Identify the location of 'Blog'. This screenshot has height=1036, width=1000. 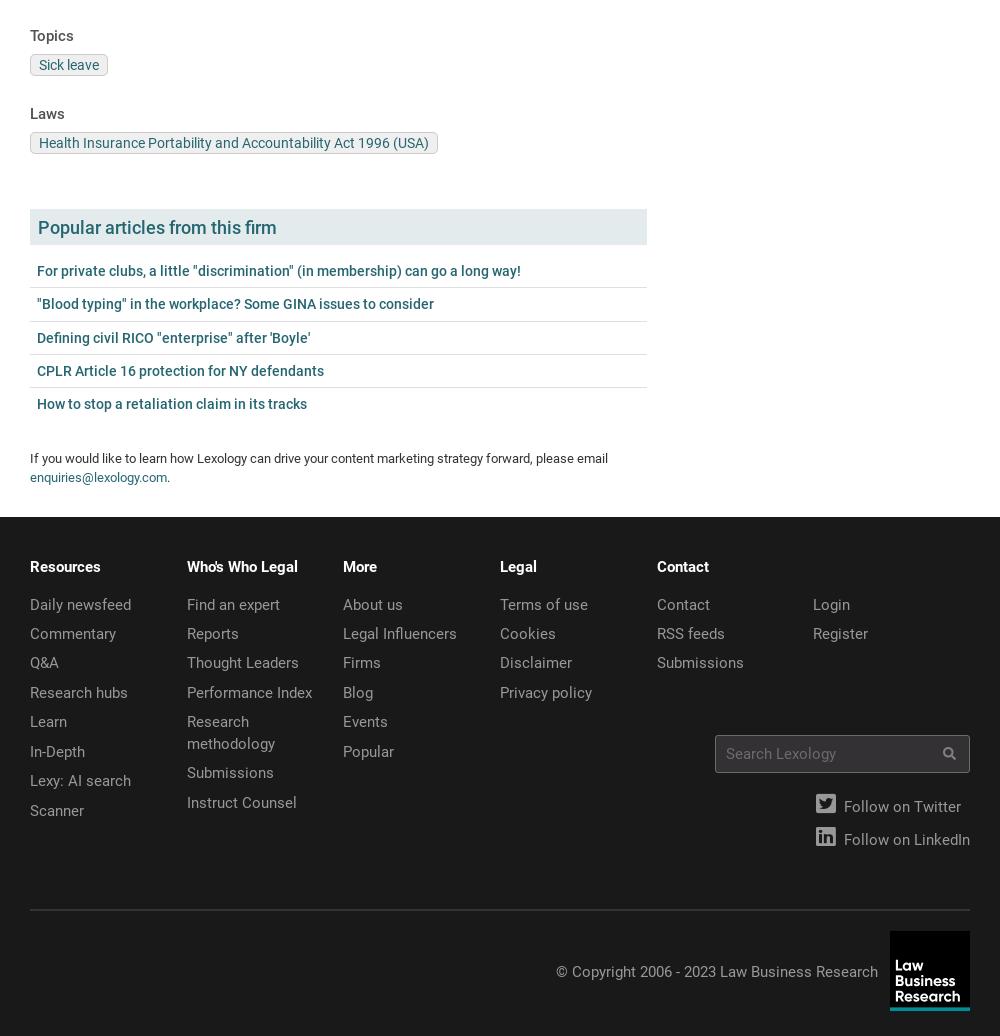
(342, 692).